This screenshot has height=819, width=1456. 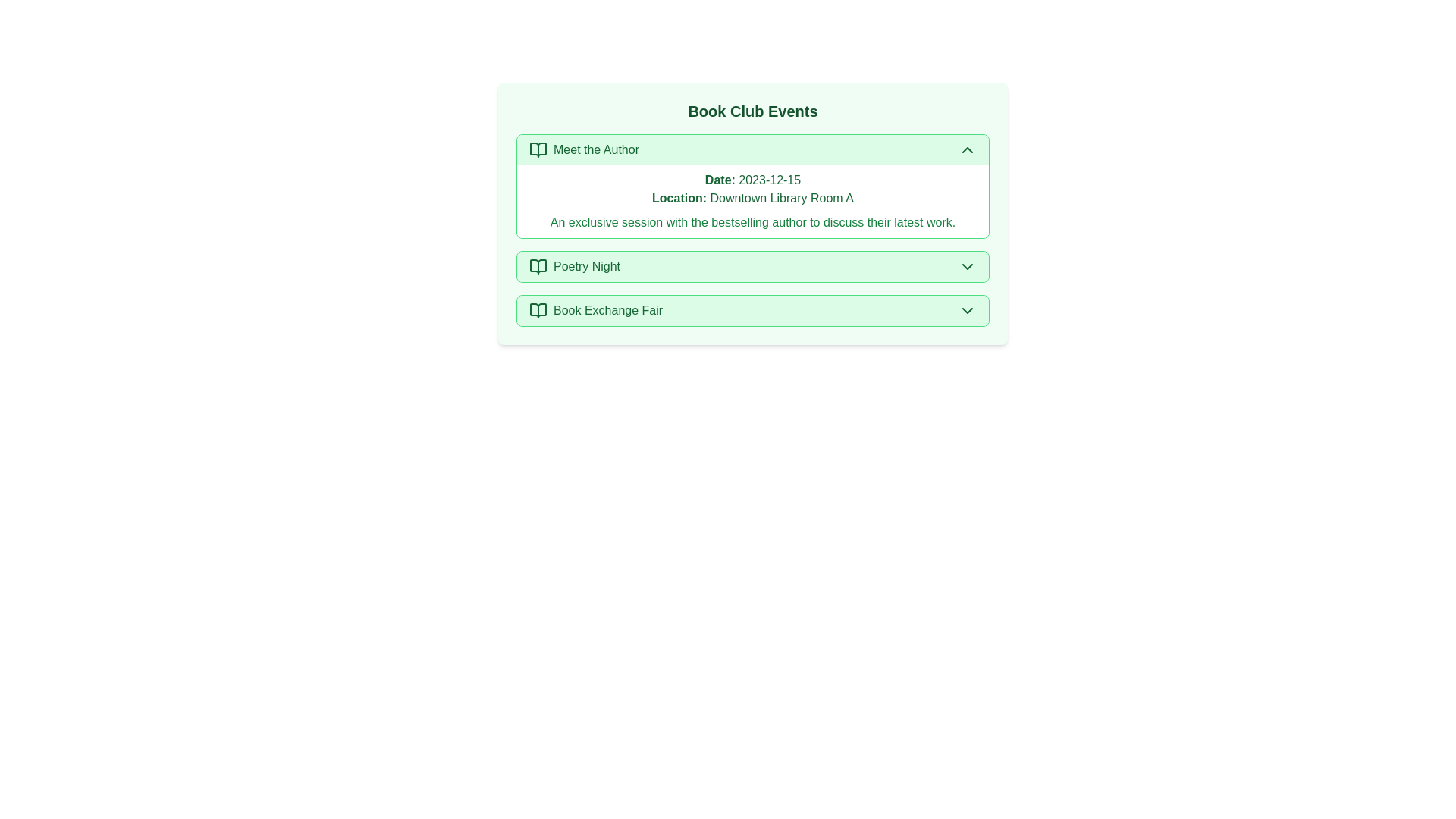 What do you see at coordinates (753, 265) in the screenshot?
I see `the interactive button for the 'Poetry Night' event` at bounding box center [753, 265].